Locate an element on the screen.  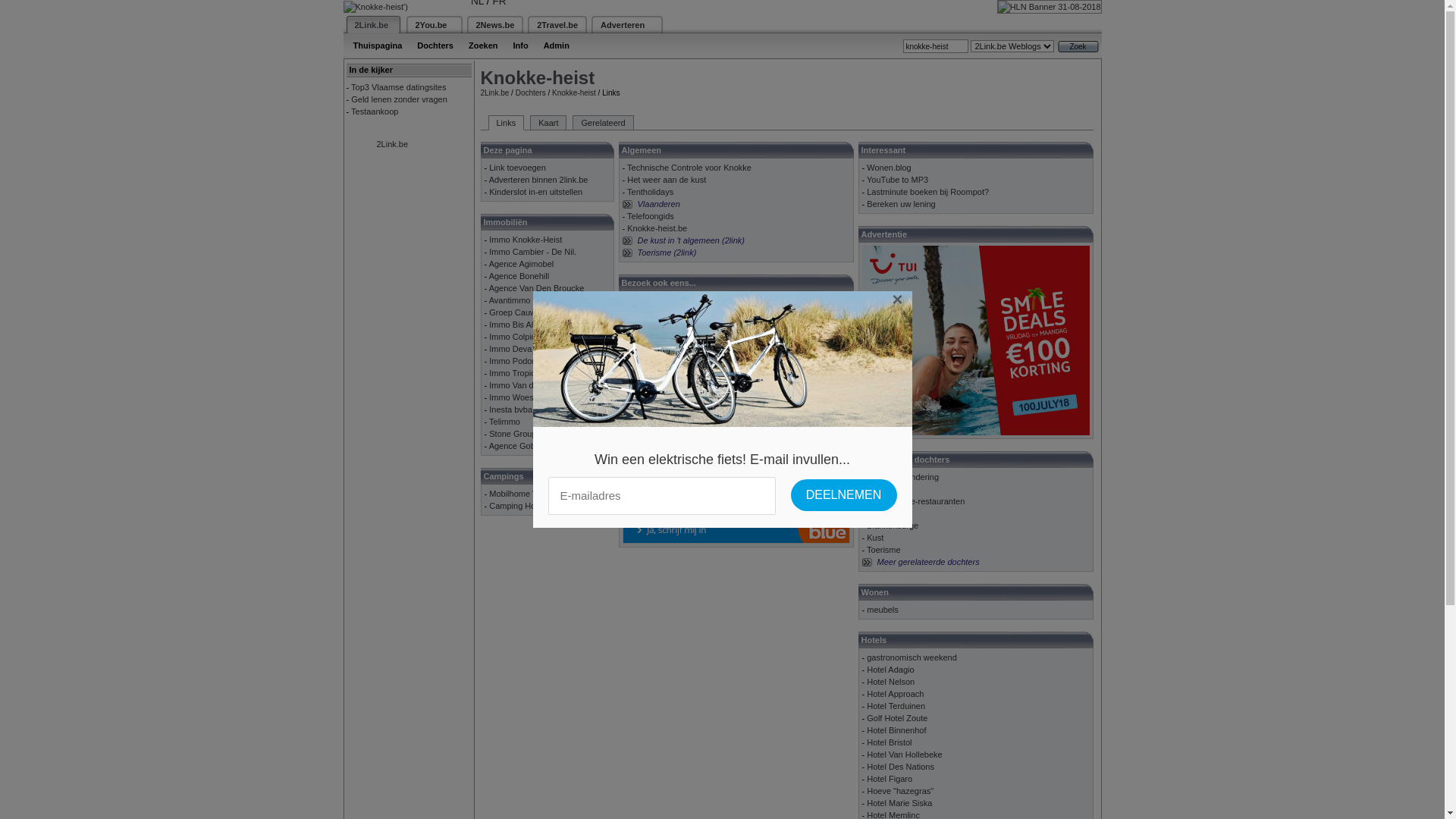
'Link toevoegen' is located at coordinates (517, 167).